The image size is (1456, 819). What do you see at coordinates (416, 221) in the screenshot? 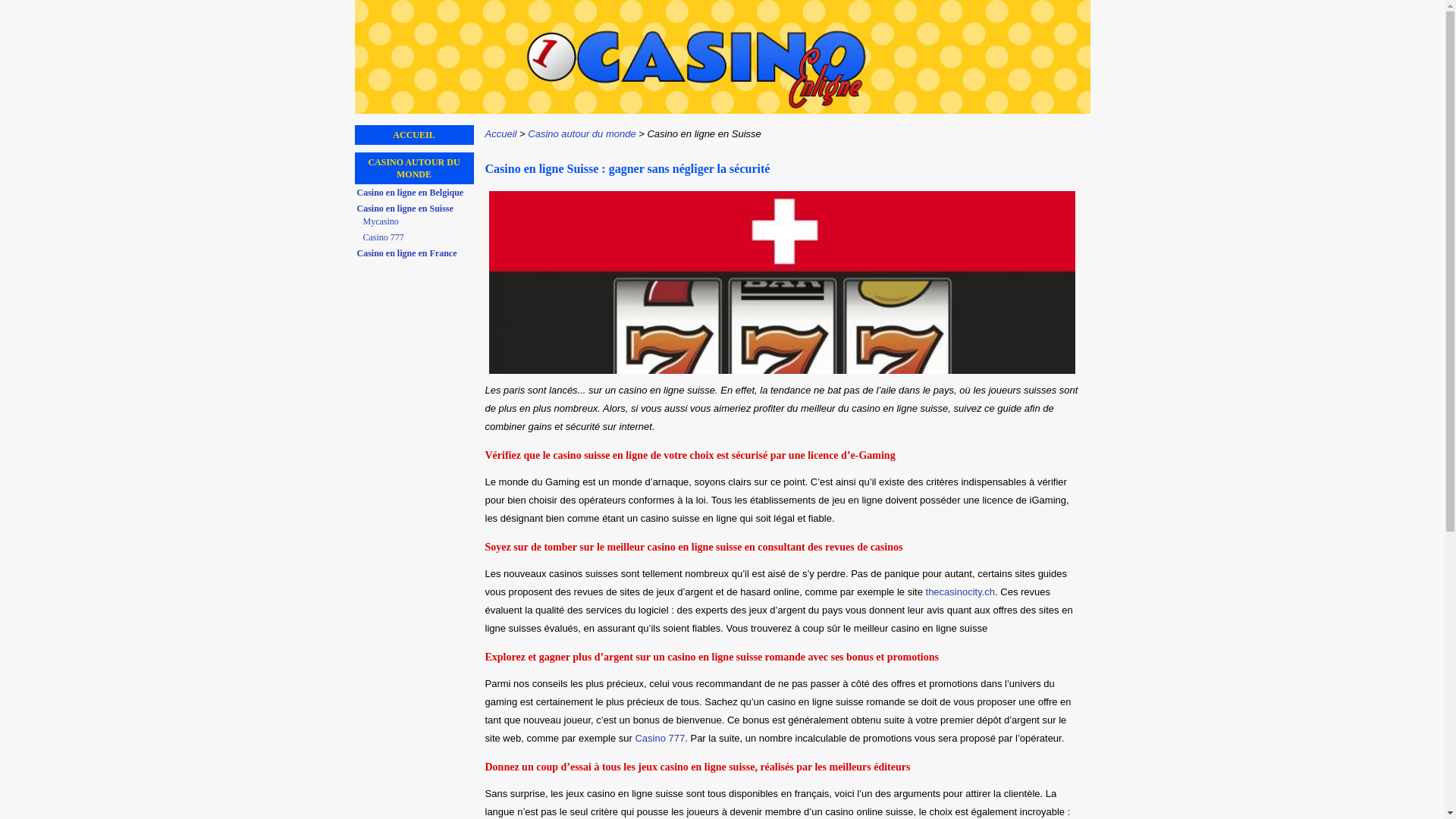
I see `'Mycasino'` at bounding box center [416, 221].